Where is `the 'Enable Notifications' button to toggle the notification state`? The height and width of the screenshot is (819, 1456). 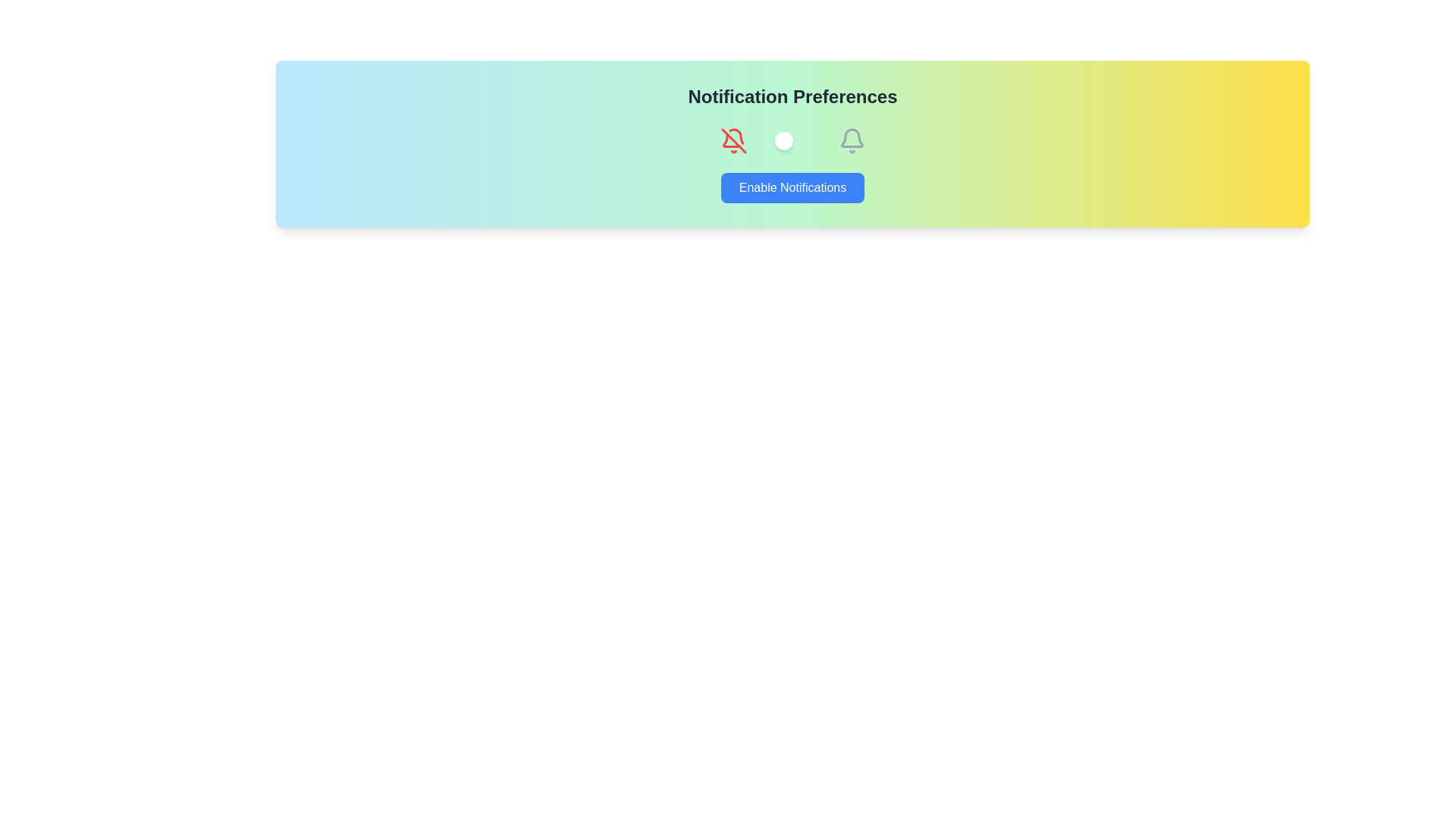 the 'Enable Notifications' button to toggle the notification state is located at coordinates (792, 187).